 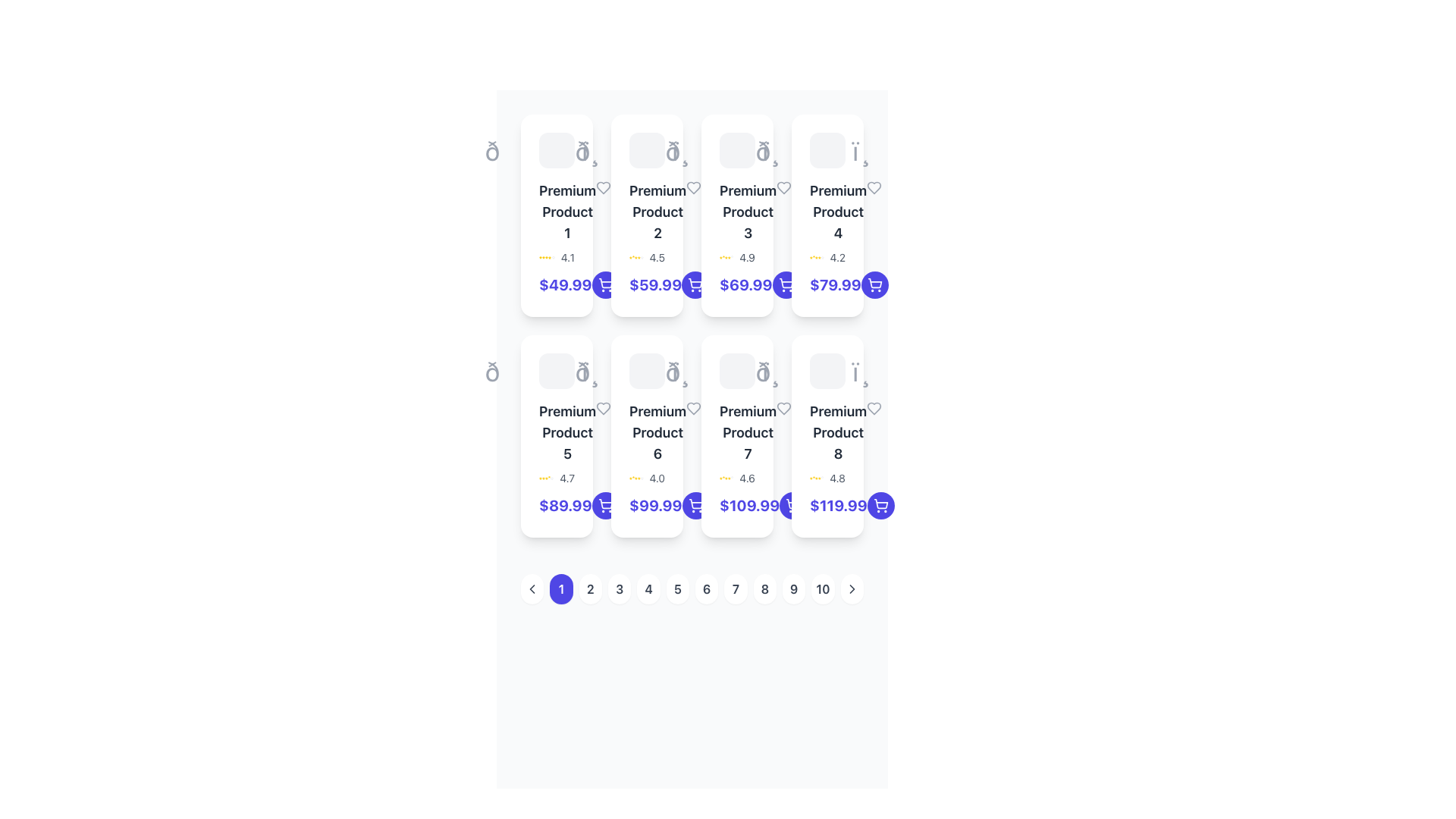 I want to click on the 'Premium Product 3' text label, which is prominently displayed in a bold, large font as a header for the third product card in the grid layout, so click(x=737, y=212).